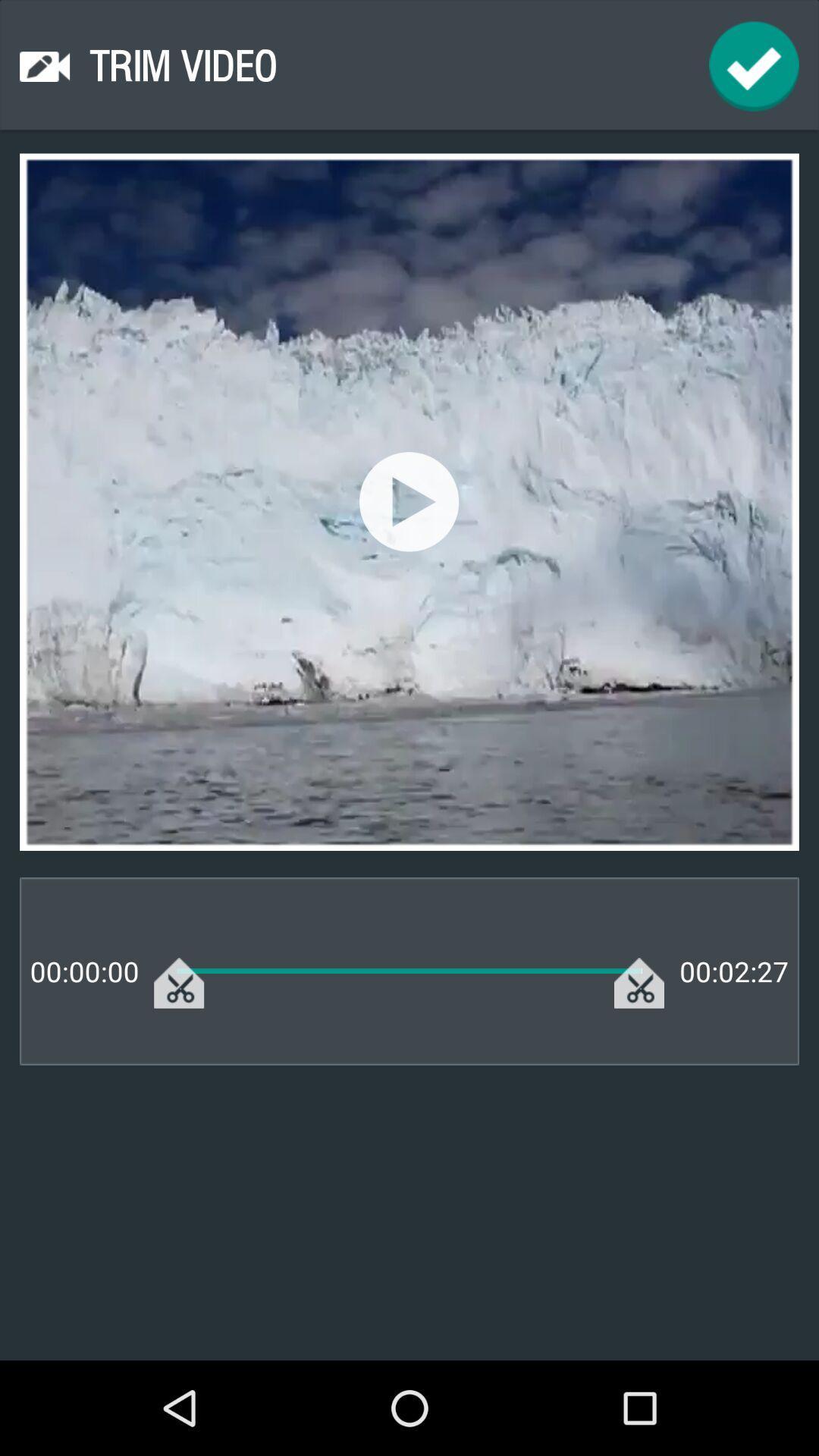 The width and height of the screenshot is (819, 1456). Describe the element at coordinates (754, 65) in the screenshot. I see `the app to the right of trim video` at that location.